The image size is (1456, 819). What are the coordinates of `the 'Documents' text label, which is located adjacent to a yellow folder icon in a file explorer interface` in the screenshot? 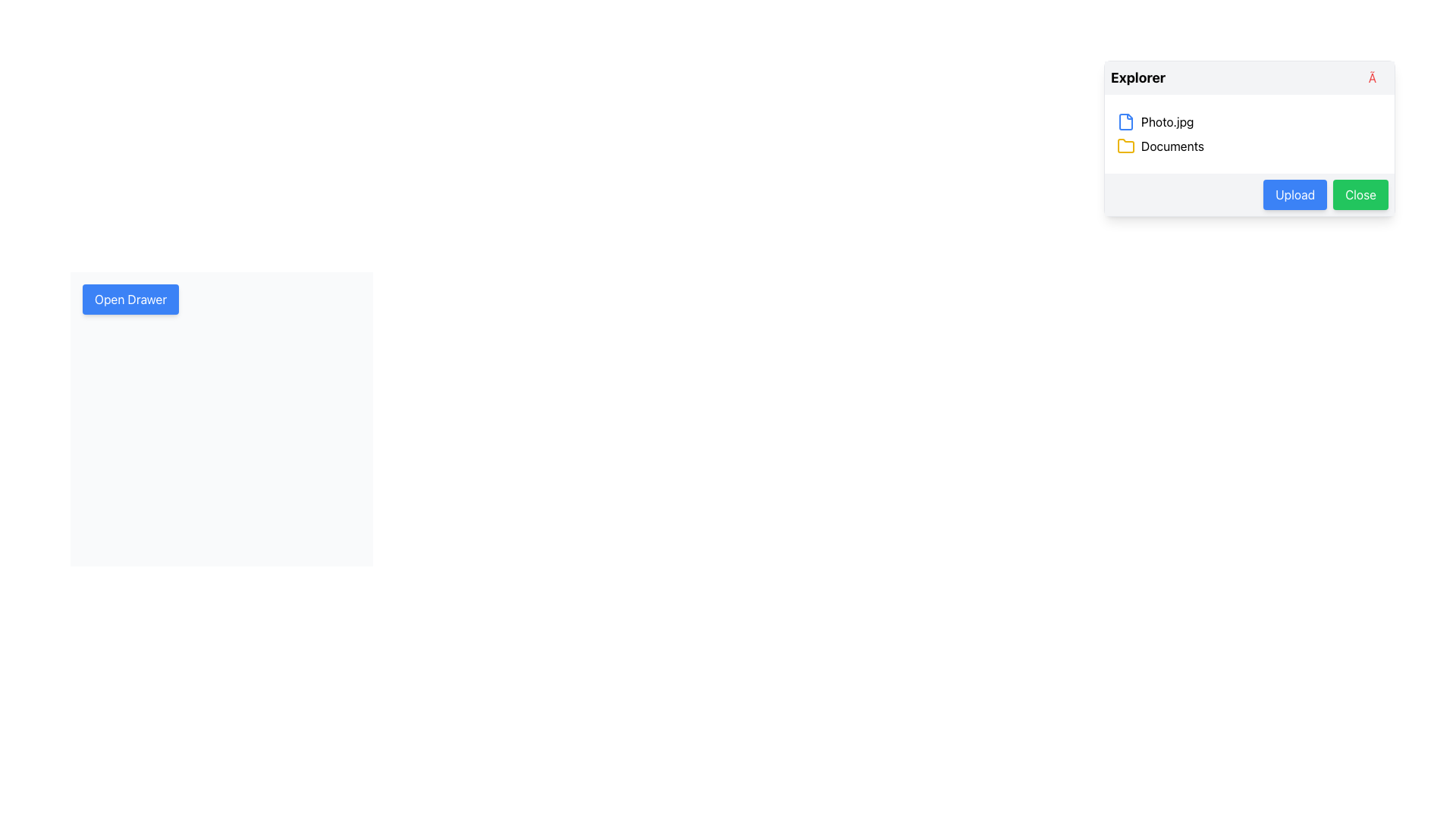 It's located at (1172, 146).